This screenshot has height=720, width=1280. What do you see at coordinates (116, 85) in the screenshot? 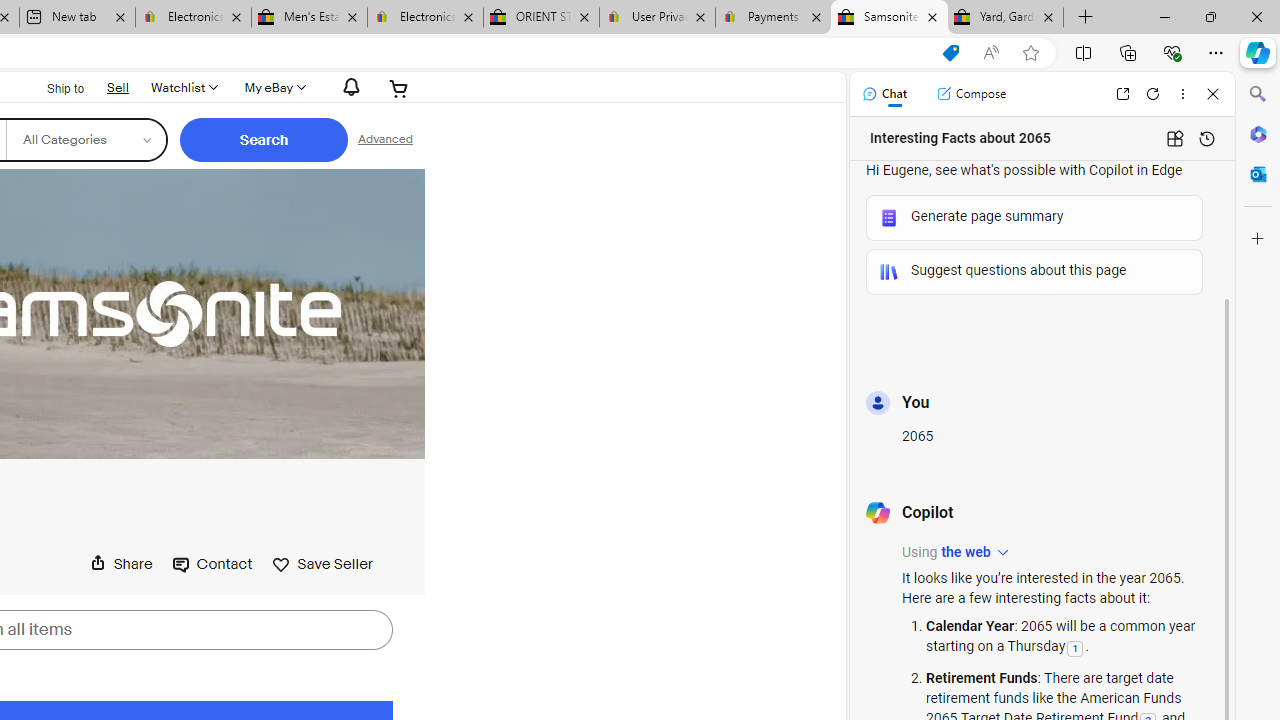
I see `'Sell'` at bounding box center [116, 85].